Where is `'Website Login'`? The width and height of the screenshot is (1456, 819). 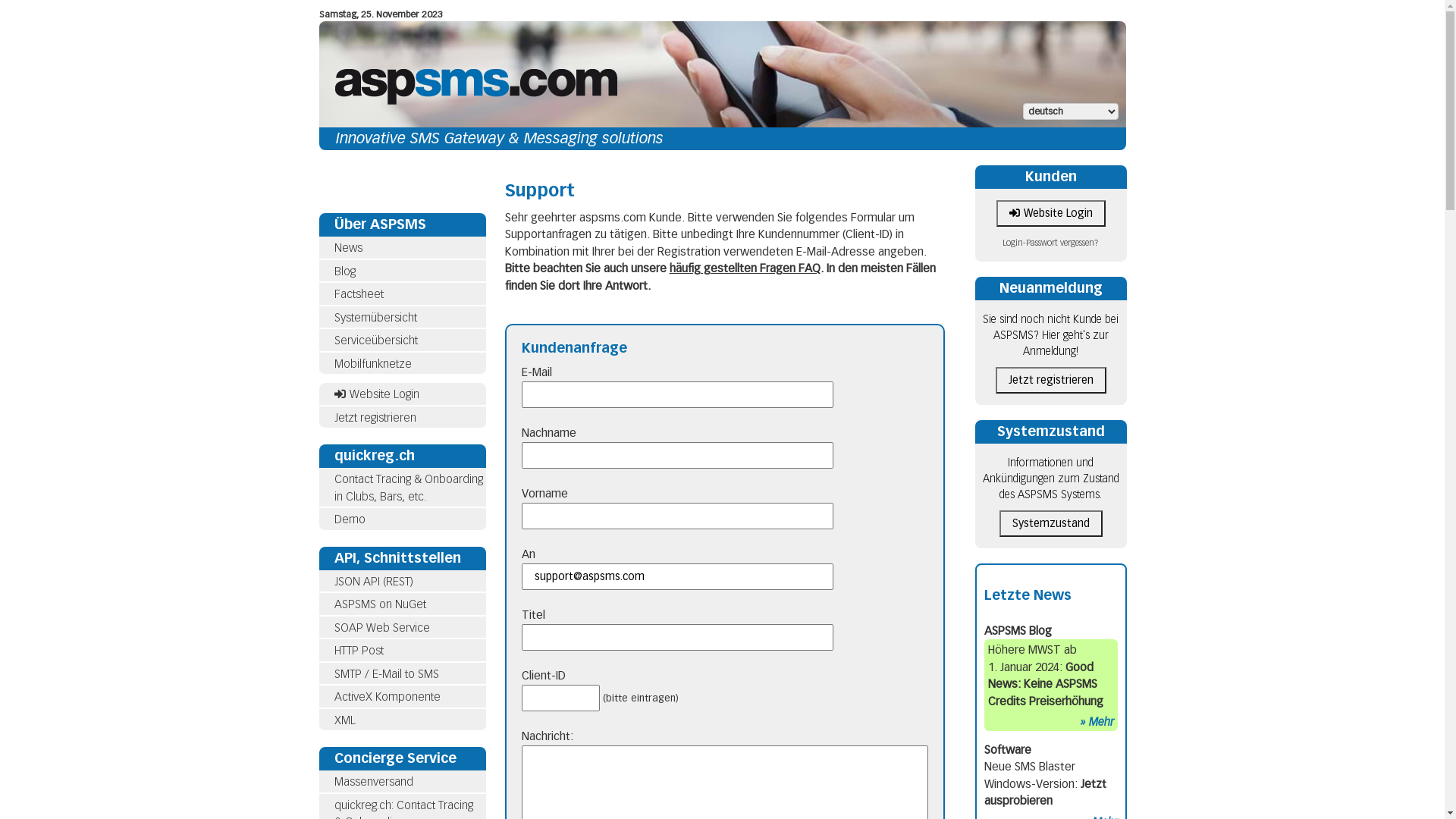 'Website Login' is located at coordinates (375, 394).